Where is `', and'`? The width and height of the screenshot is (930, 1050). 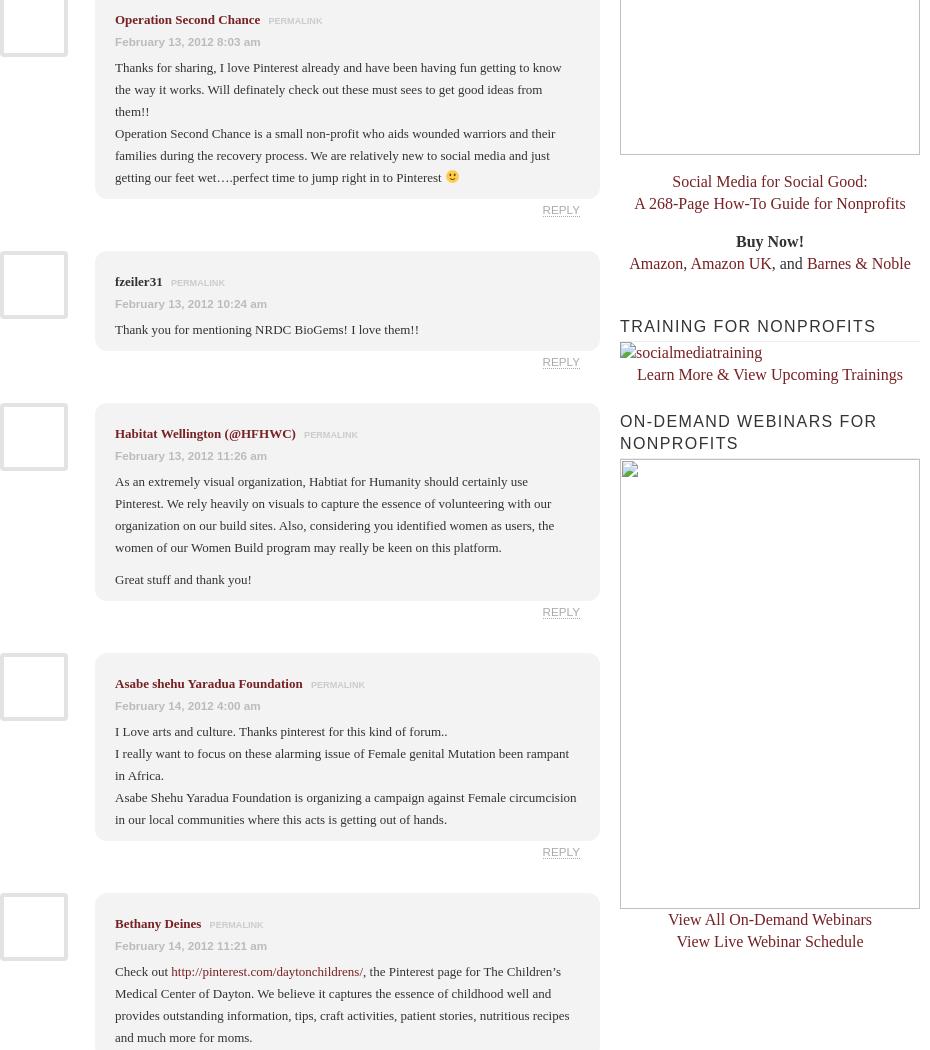
', and' is located at coordinates (787, 262).